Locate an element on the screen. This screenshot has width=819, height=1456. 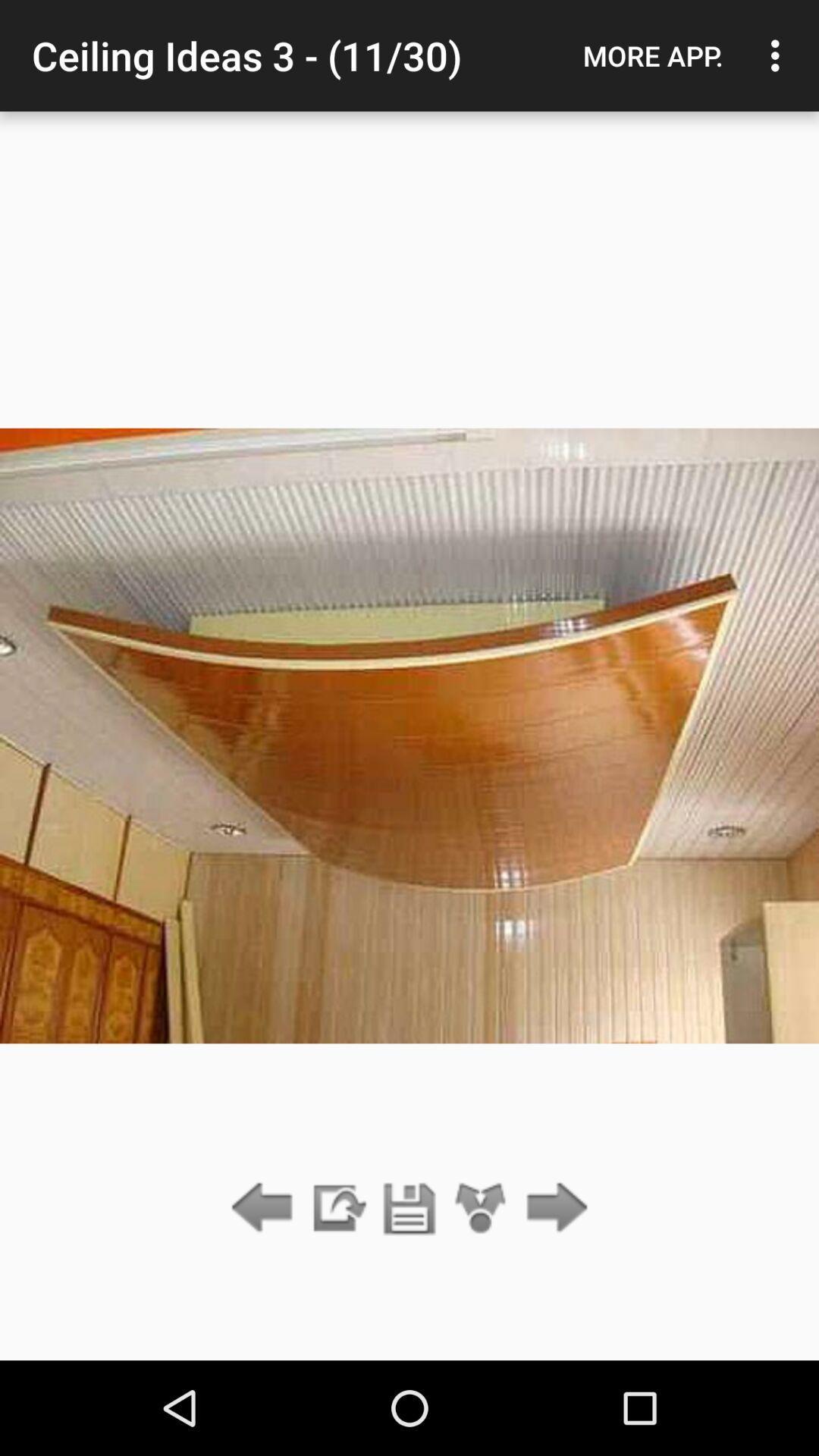
icon to the right of the more app. icon is located at coordinates (779, 55).